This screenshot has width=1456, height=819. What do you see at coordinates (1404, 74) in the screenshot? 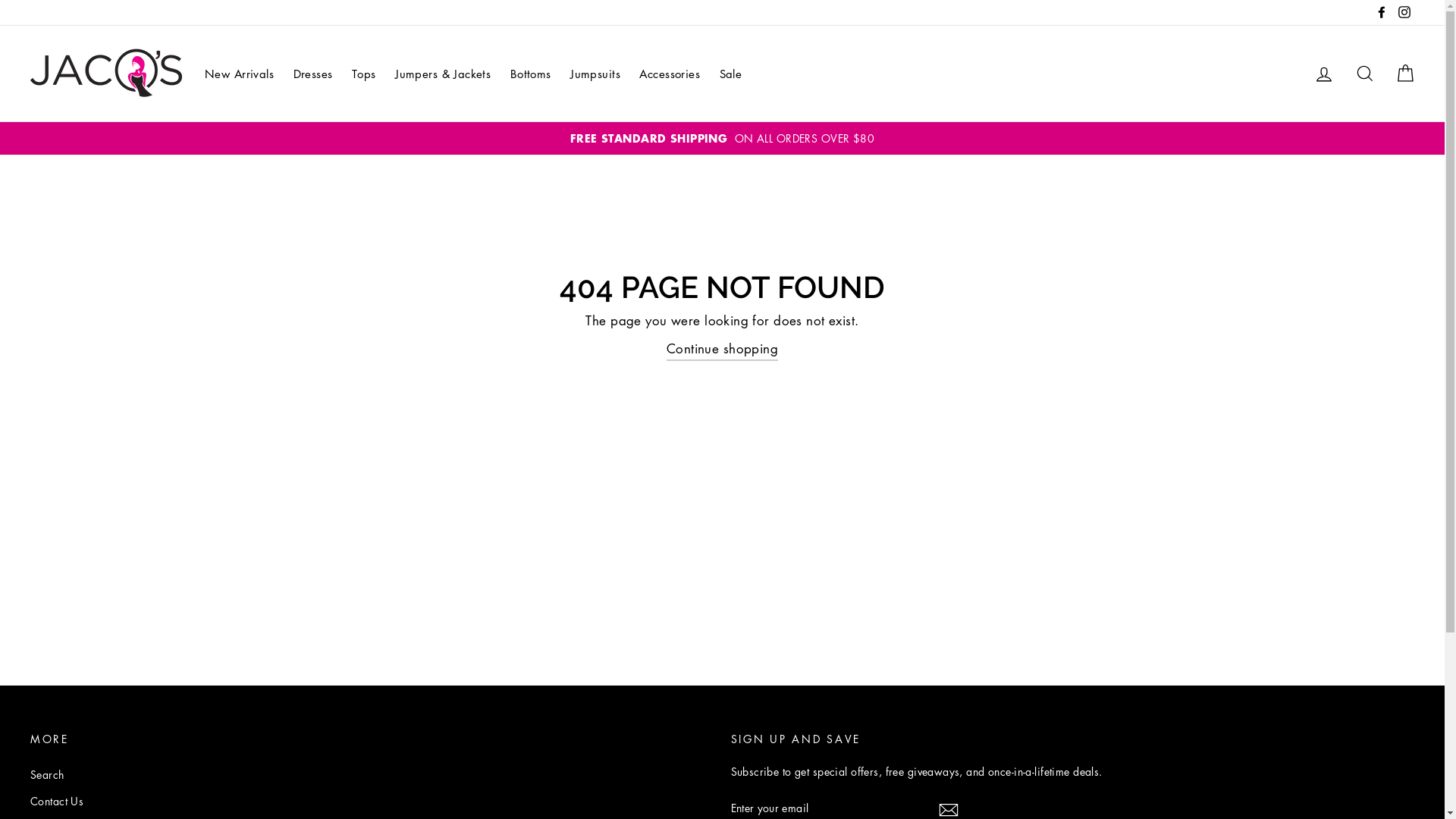
I see `'Cart'` at bounding box center [1404, 74].